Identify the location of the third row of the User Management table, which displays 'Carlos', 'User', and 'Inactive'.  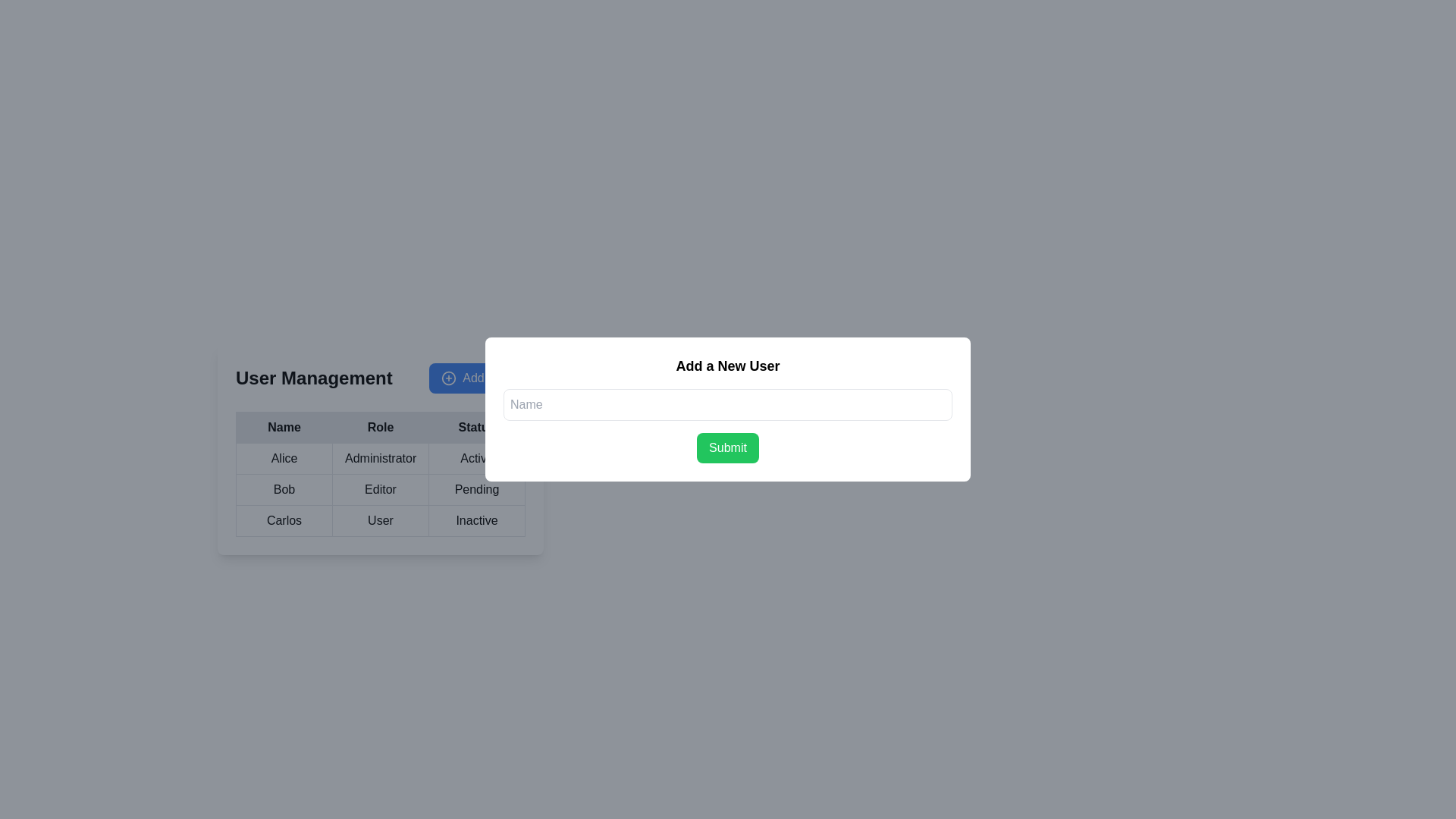
(381, 519).